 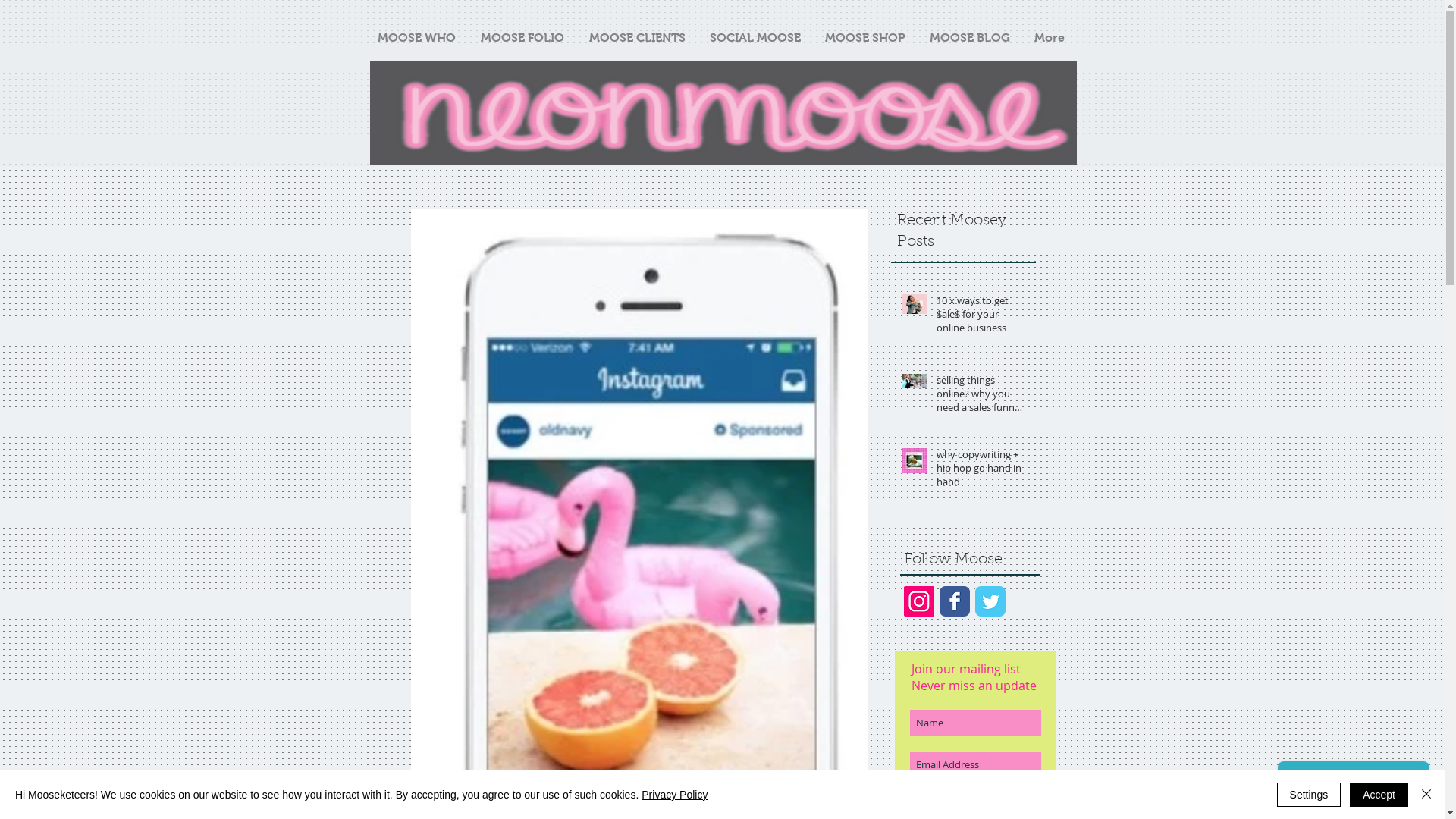 I want to click on 'SOCIAL MOOSE', so click(x=755, y=37).